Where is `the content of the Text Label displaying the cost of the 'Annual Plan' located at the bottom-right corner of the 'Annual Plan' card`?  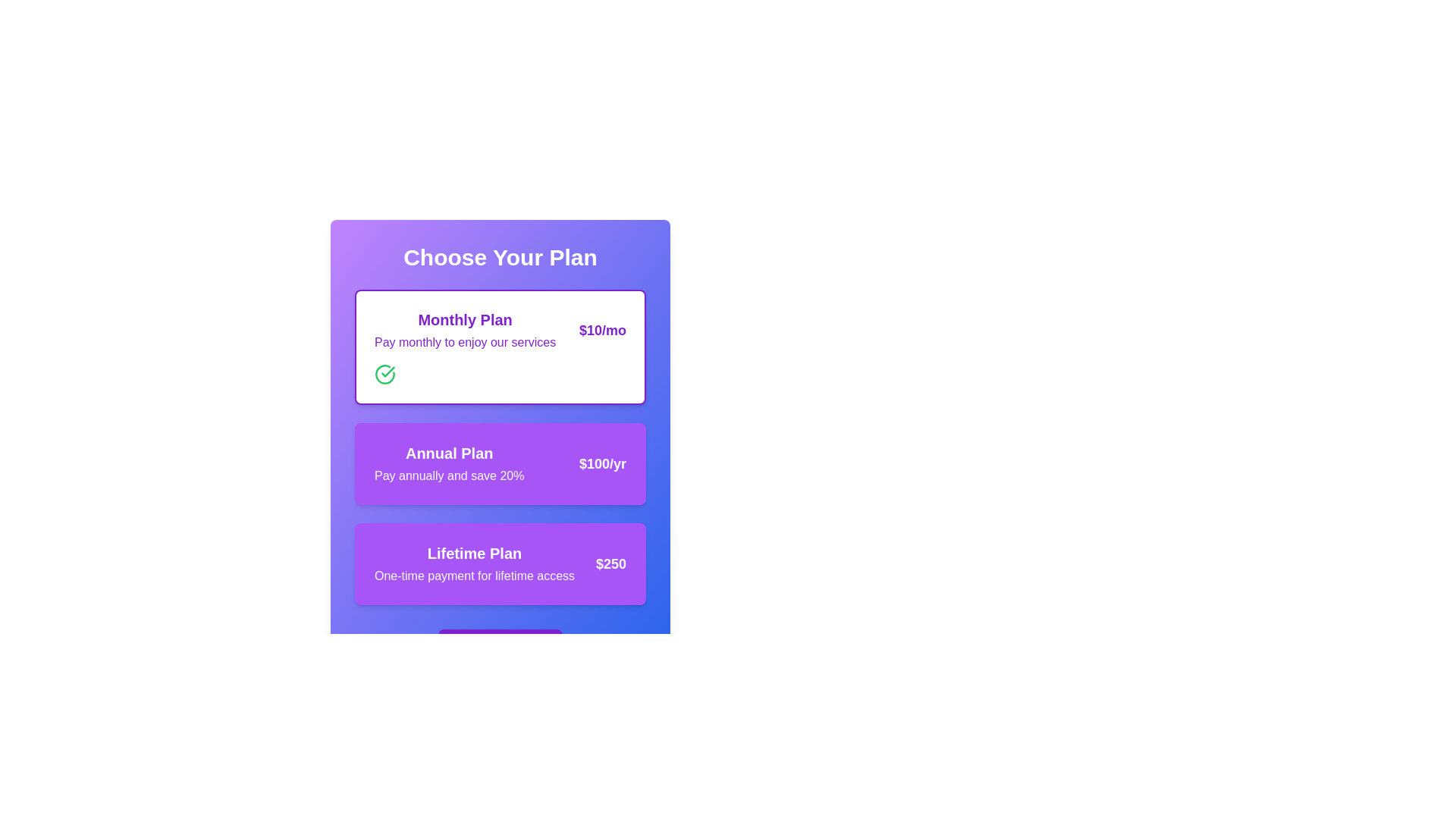 the content of the Text Label displaying the cost of the 'Annual Plan' located at the bottom-right corner of the 'Annual Plan' card is located at coordinates (601, 463).